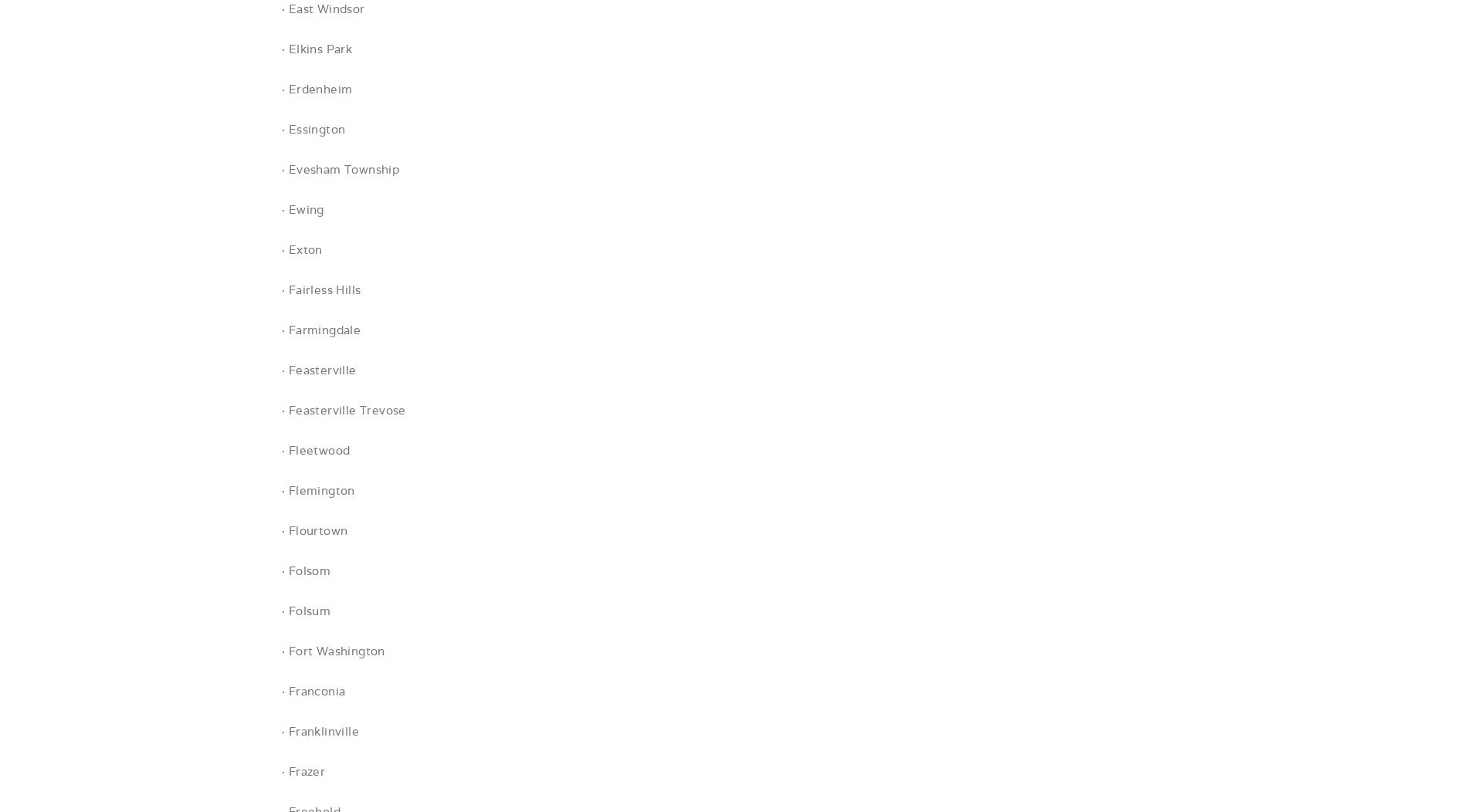 The height and width of the screenshot is (812, 1467). I want to click on '· Evesham Township', so click(339, 169).